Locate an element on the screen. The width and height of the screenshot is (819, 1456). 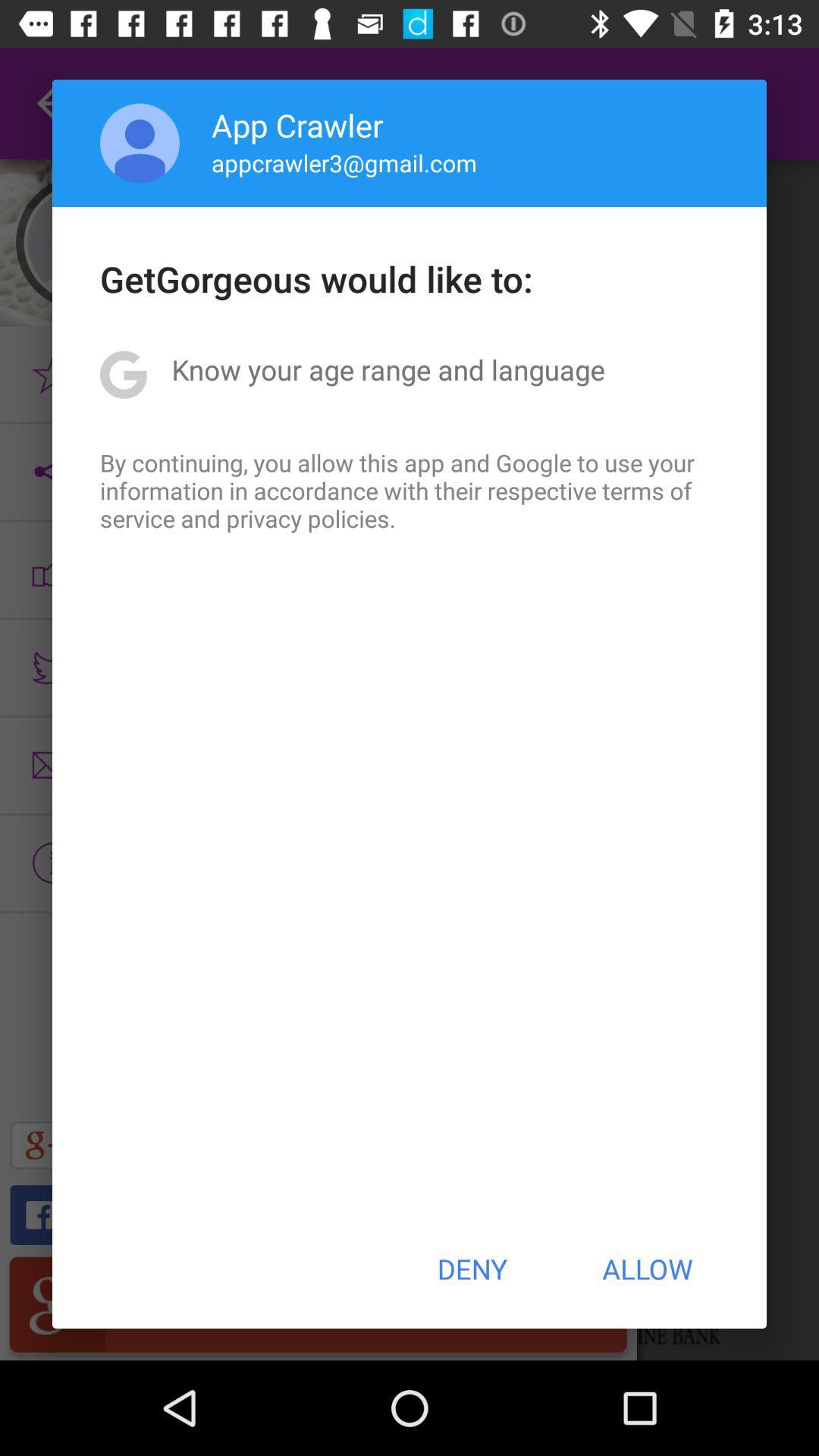
the item next to the allow icon is located at coordinates (471, 1269).